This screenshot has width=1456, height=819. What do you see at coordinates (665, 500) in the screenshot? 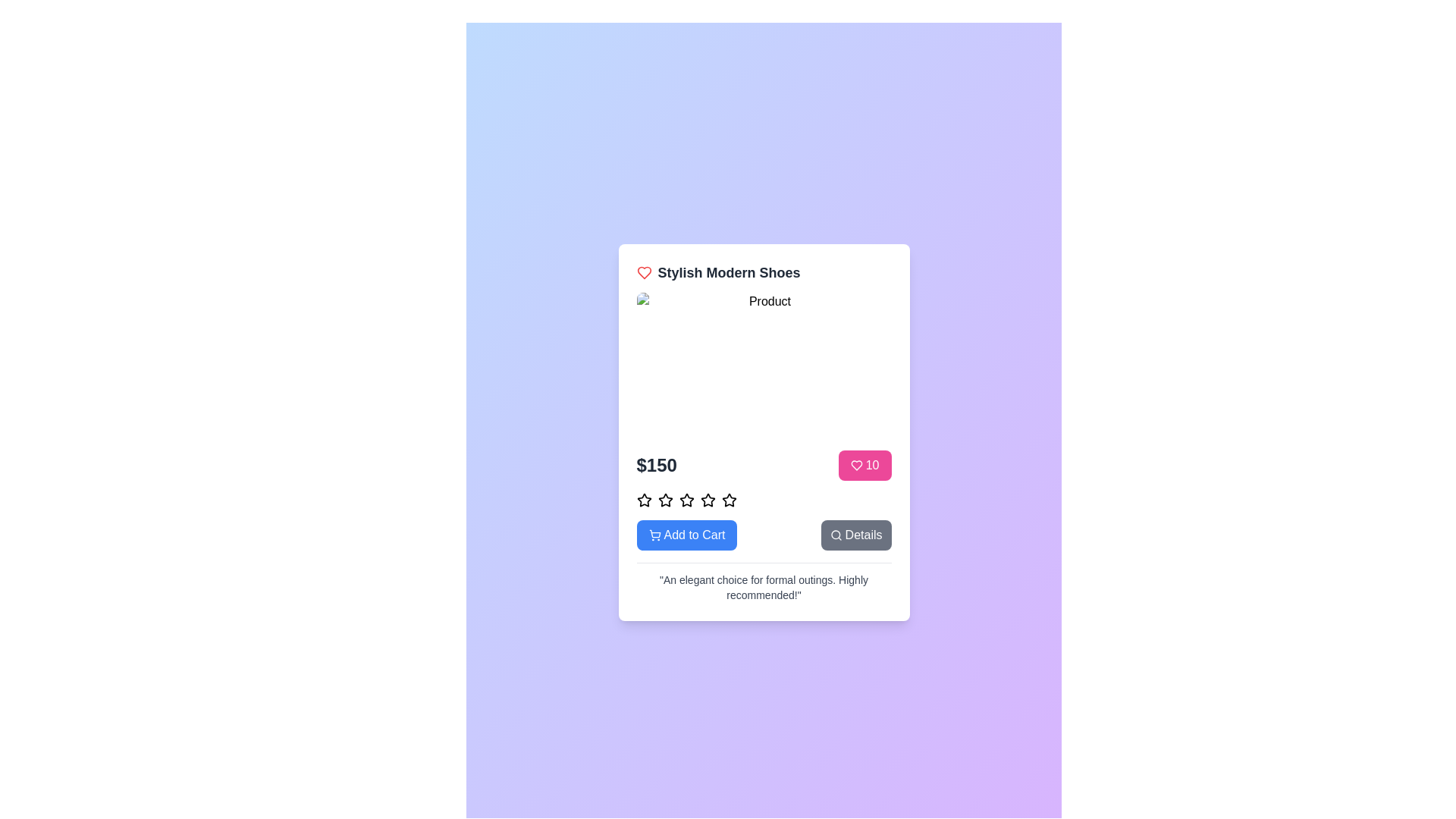
I see `the third star icon in the rating interface` at bounding box center [665, 500].